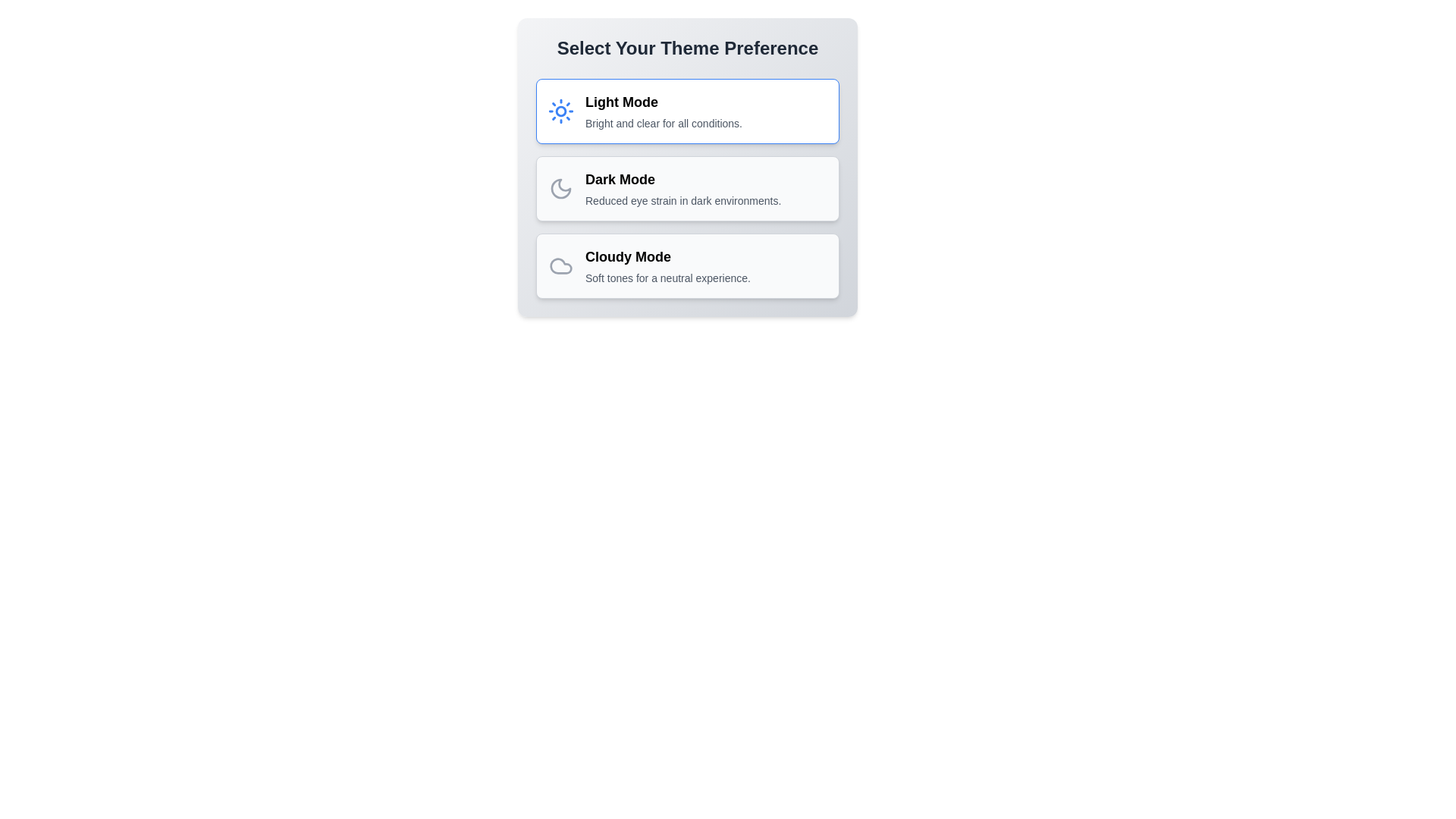 Image resolution: width=1456 pixels, height=819 pixels. I want to click on the static text label that provides additional information about the 'Light Mode' option, located directly below the 'Light Mode' title, so click(664, 122).